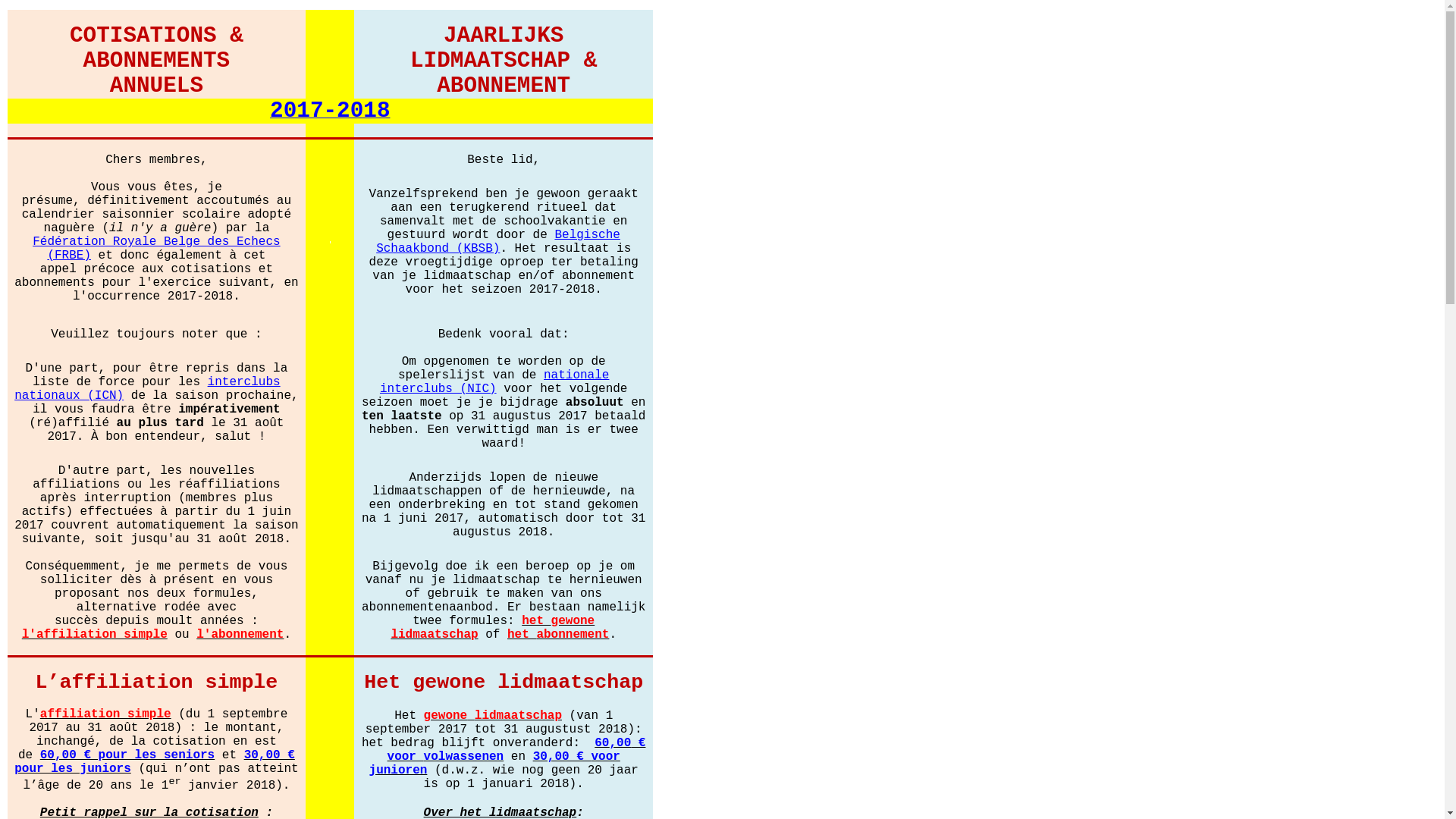 This screenshot has width=1456, height=819. What do you see at coordinates (146, 387) in the screenshot?
I see `'interclubs nationaux (ICN)'` at bounding box center [146, 387].